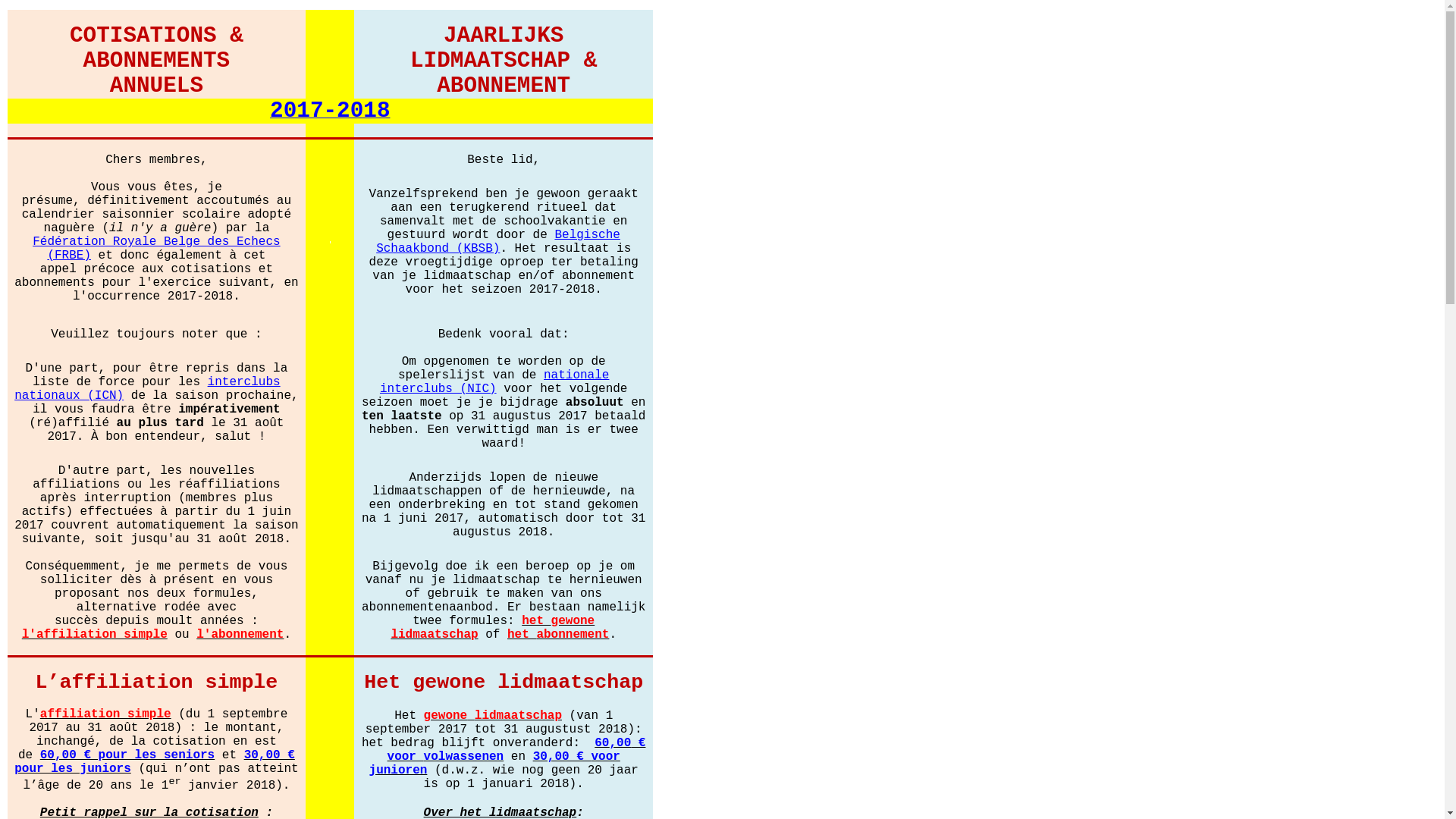 This screenshot has width=1456, height=819. What do you see at coordinates (146, 387) in the screenshot?
I see `'interclubs nationaux (ICN)'` at bounding box center [146, 387].